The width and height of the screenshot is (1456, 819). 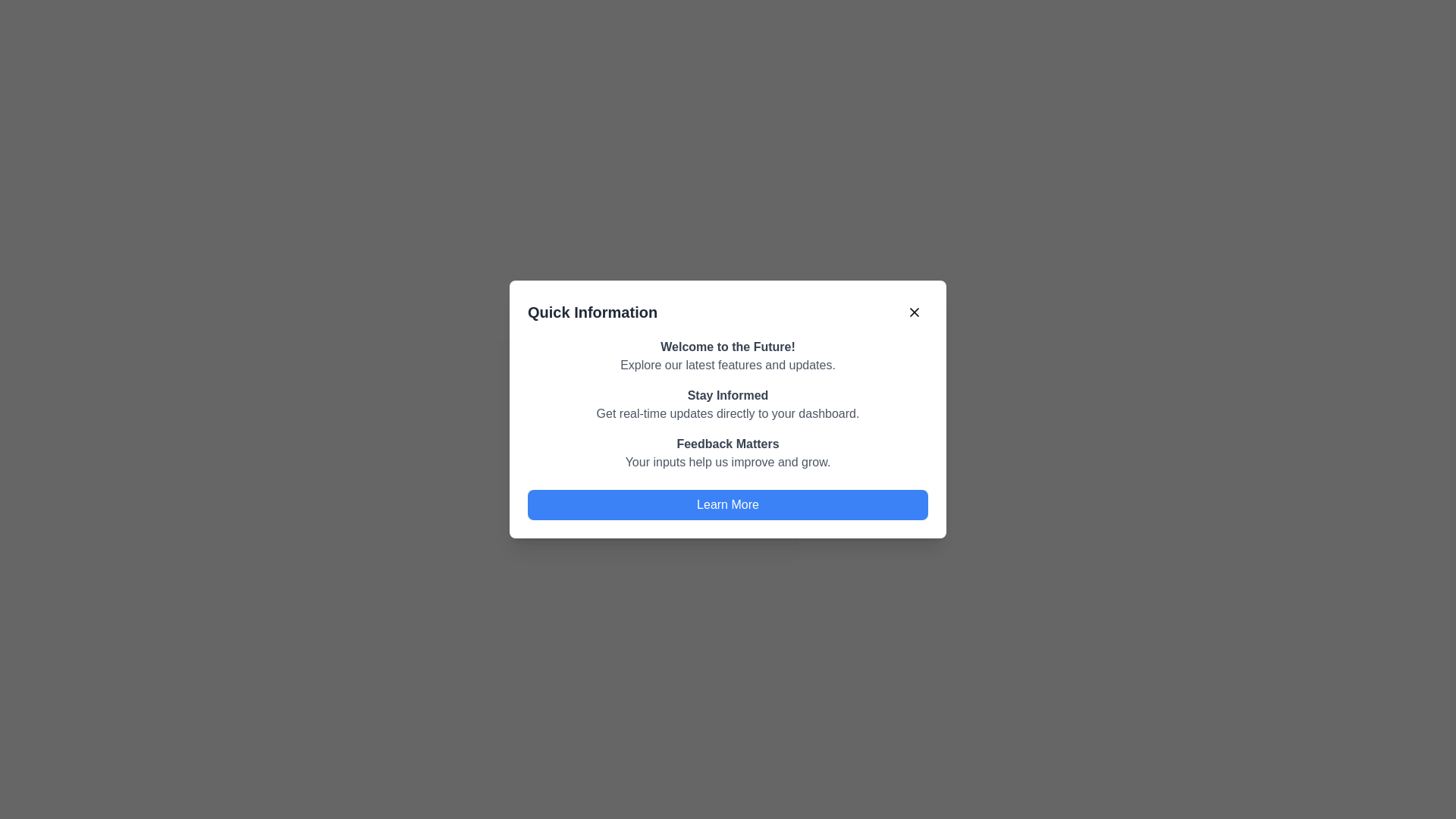 I want to click on the circular button with an 'X' icon located in the top-right corner of the modal dialog, so click(x=913, y=312).